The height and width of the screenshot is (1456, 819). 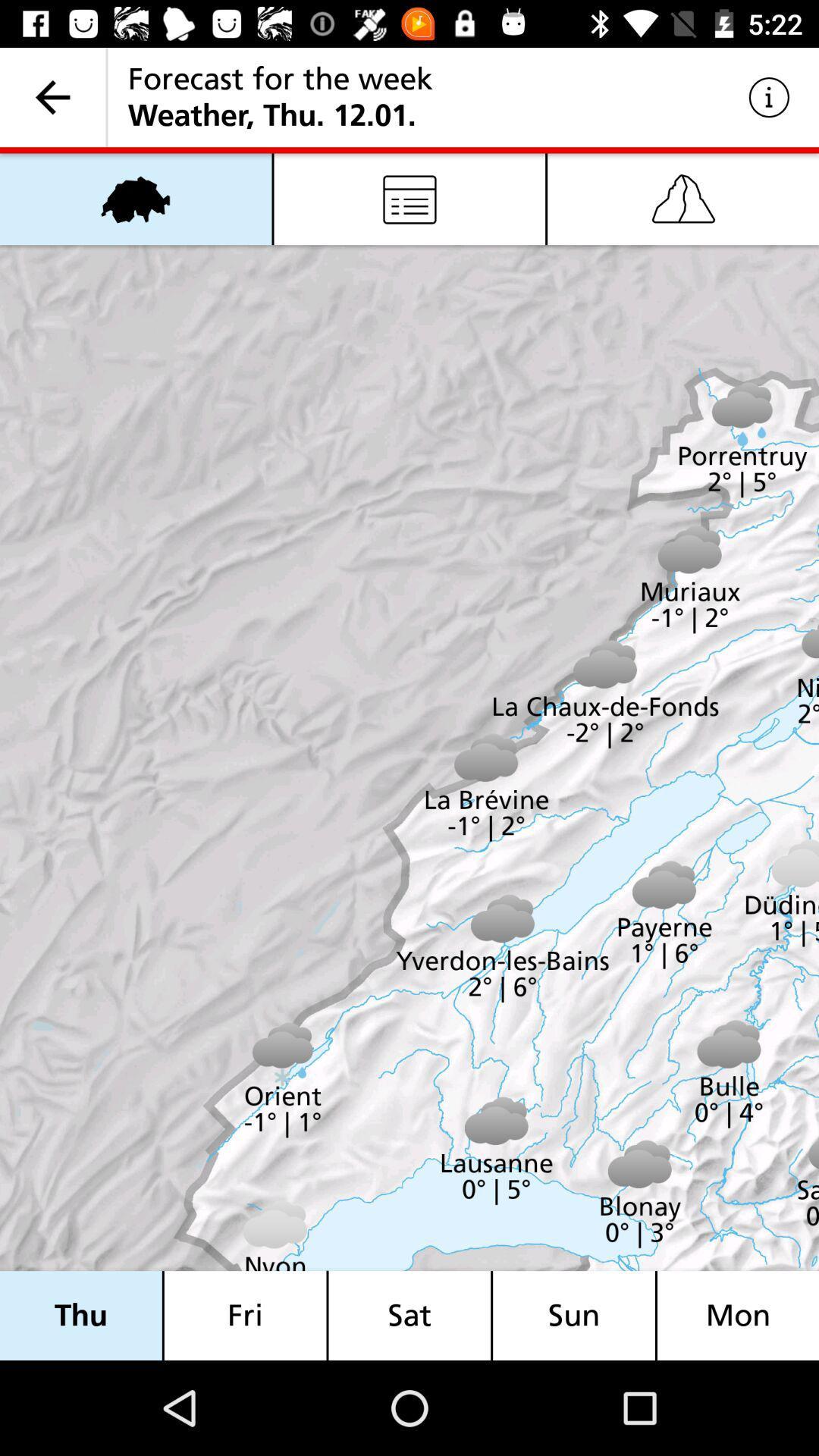 I want to click on the sun, so click(x=574, y=1315).